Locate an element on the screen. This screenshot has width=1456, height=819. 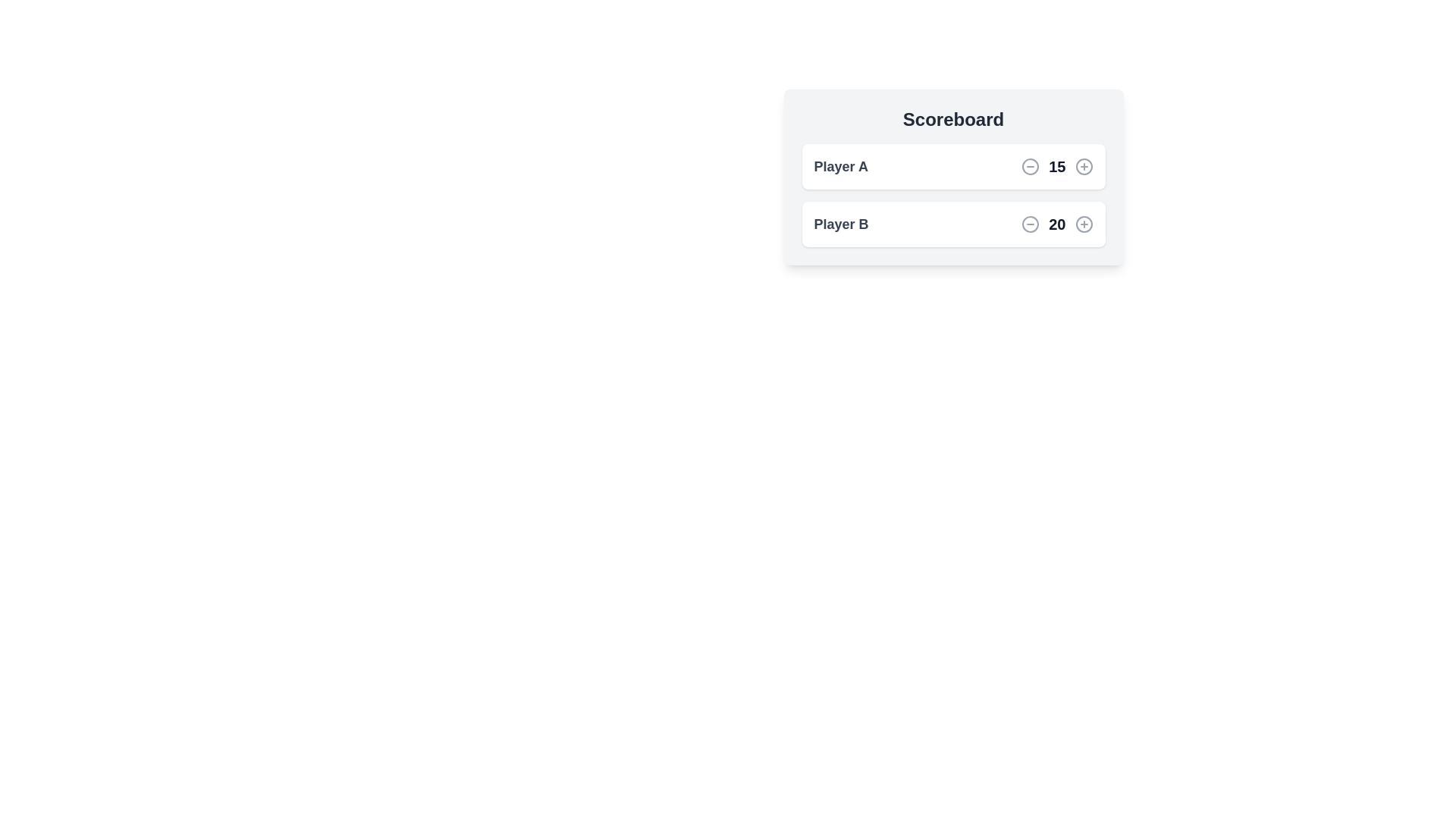
the circular minus button with a gray border located under the 'Scoreboard' header next to 'Player A' to decrement the score is located at coordinates (1031, 166).